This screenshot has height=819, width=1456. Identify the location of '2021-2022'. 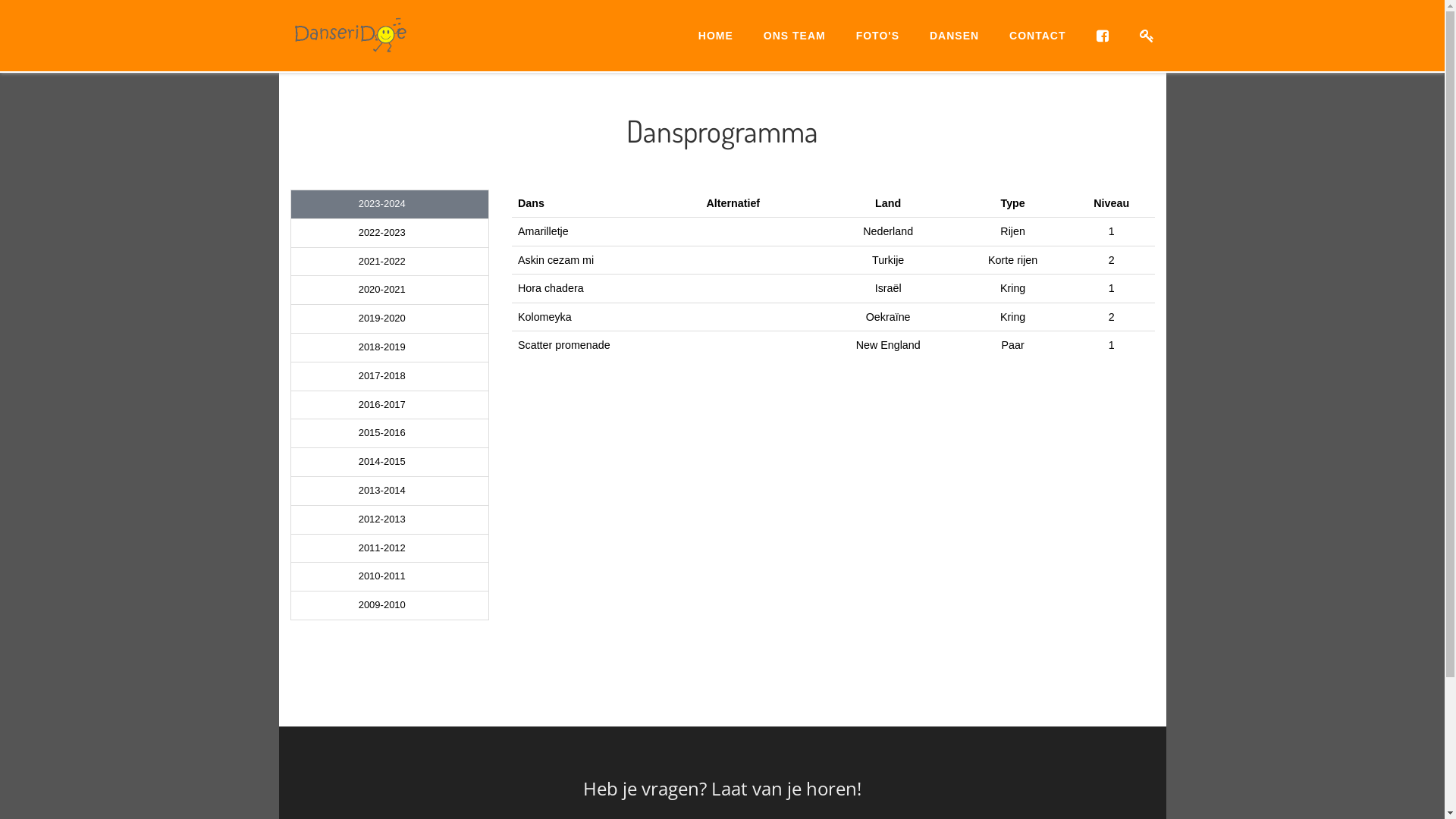
(390, 261).